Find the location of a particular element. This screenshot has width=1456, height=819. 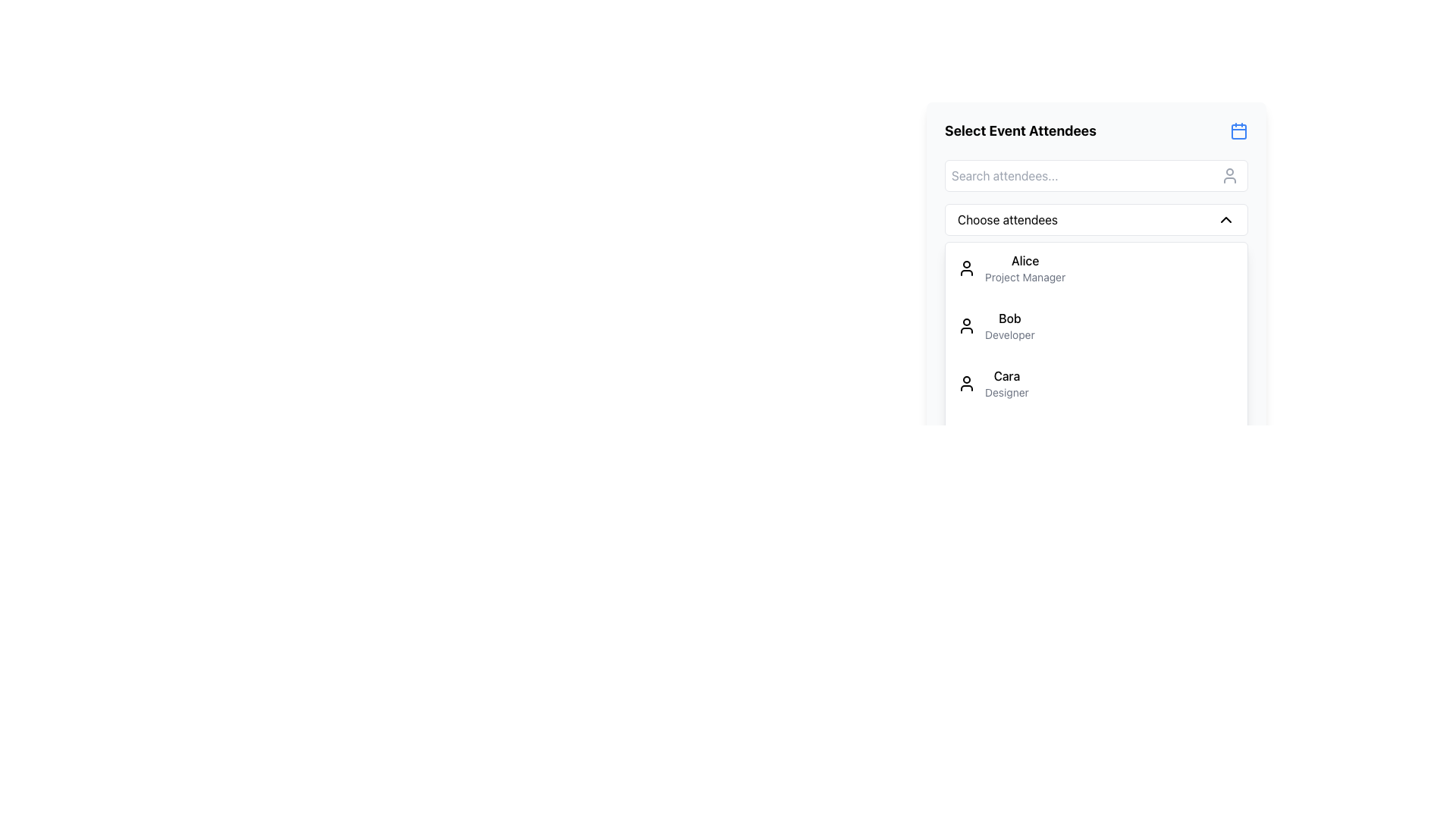

the static text label displaying 'Developer', which is located below the name 'Bob' in a vertical list layout under the header 'Choose Attendees' is located at coordinates (1009, 334).